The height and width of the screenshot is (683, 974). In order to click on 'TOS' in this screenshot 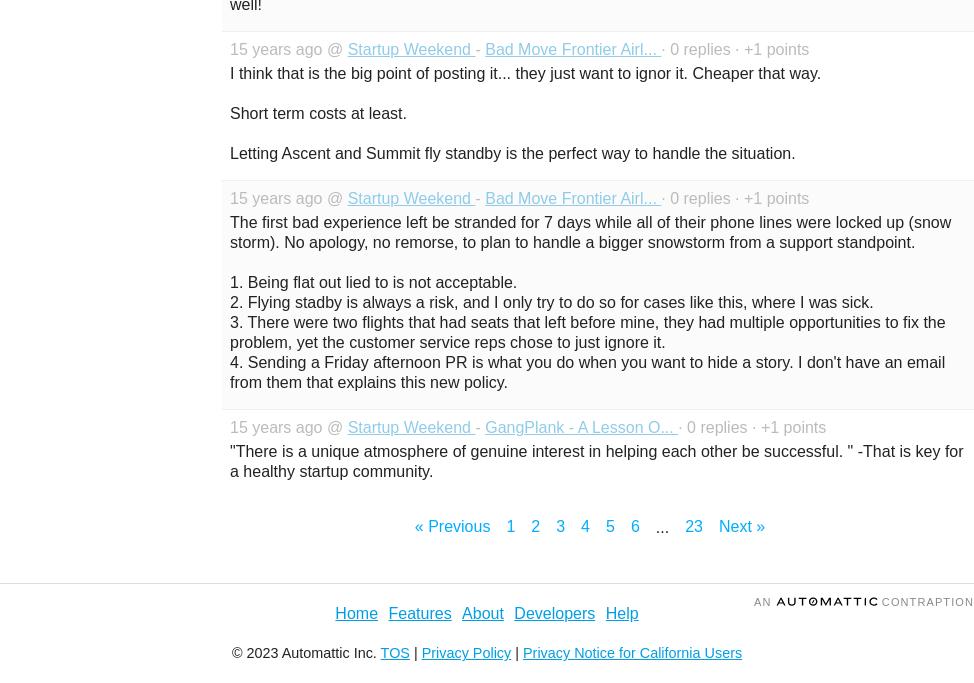, I will do `click(394, 653)`.